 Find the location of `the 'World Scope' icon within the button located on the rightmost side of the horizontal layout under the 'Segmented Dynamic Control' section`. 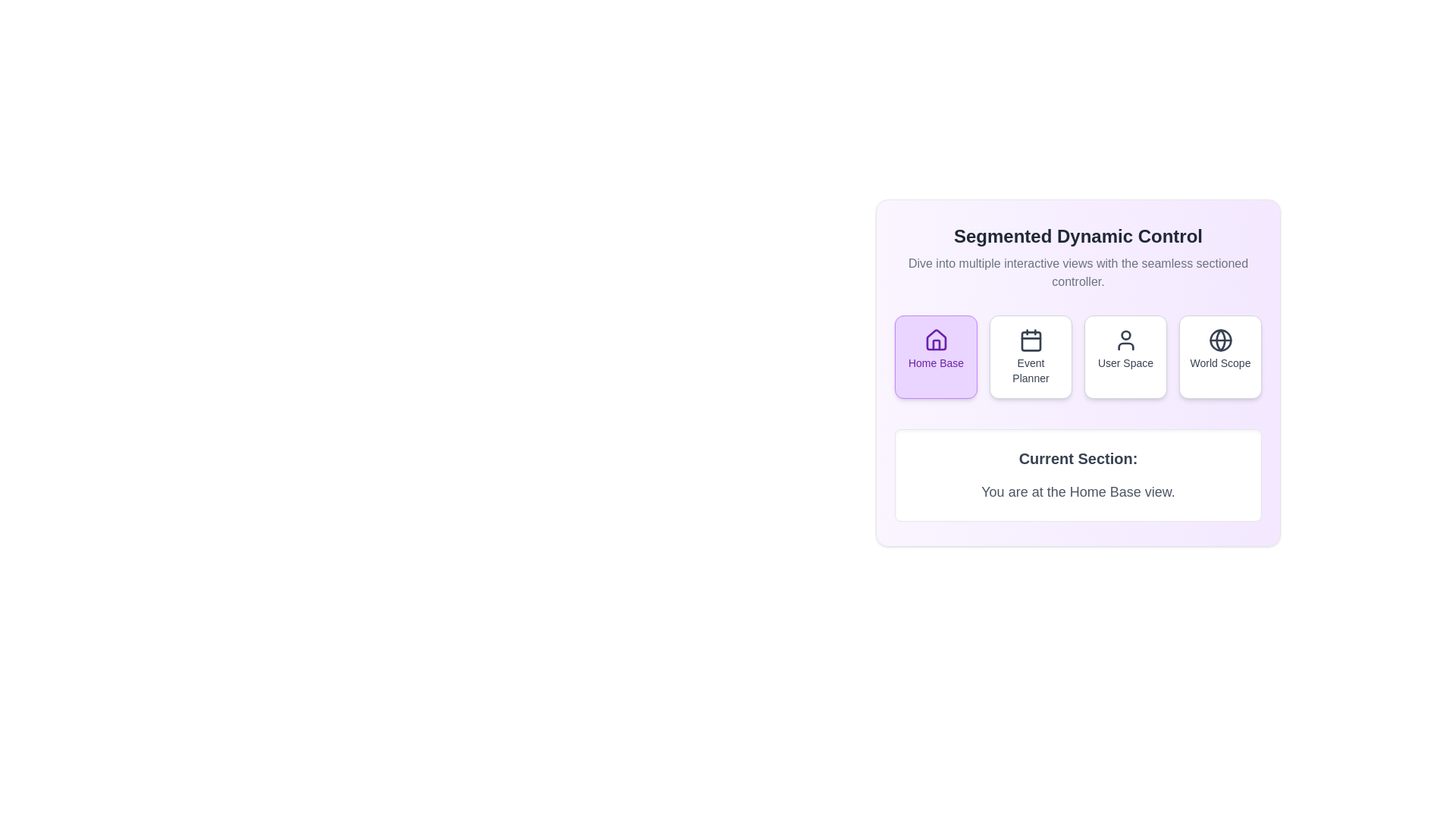

the 'World Scope' icon within the button located on the rightmost side of the horizontal layout under the 'Segmented Dynamic Control' section is located at coordinates (1220, 339).